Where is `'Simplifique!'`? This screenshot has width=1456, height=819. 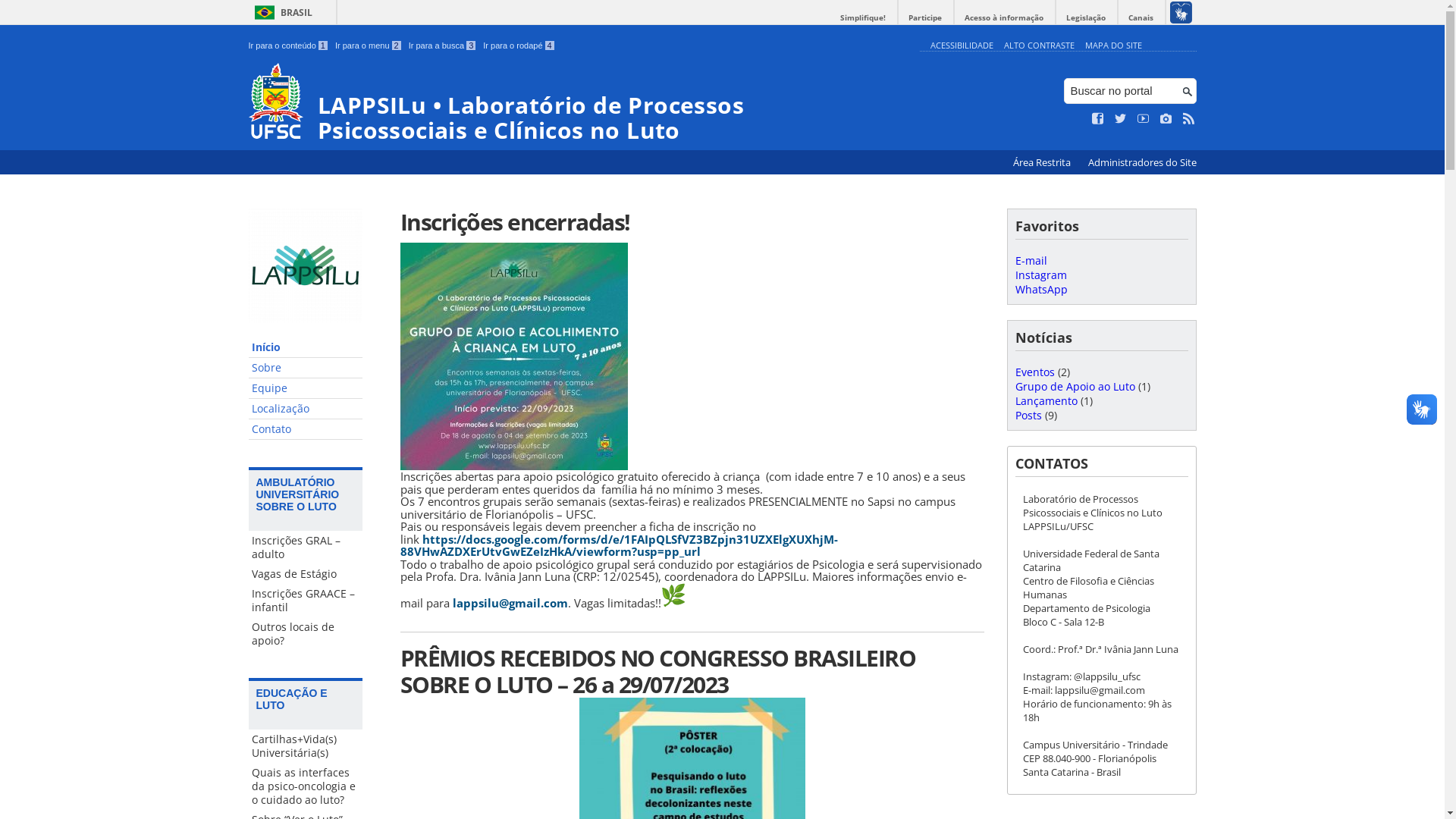 'Simplifique!' is located at coordinates (862, 17).